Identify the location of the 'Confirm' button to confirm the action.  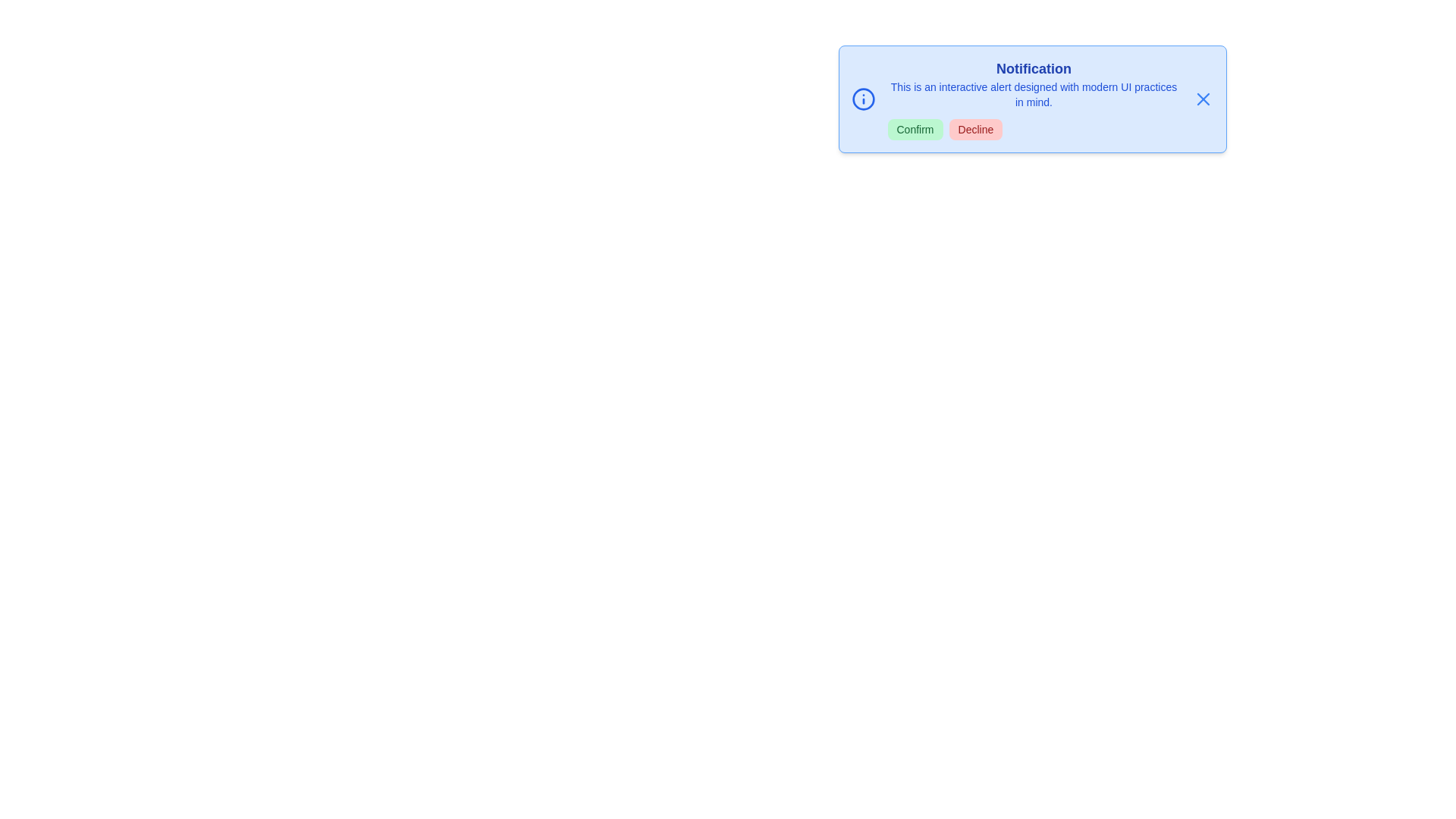
(914, 128).